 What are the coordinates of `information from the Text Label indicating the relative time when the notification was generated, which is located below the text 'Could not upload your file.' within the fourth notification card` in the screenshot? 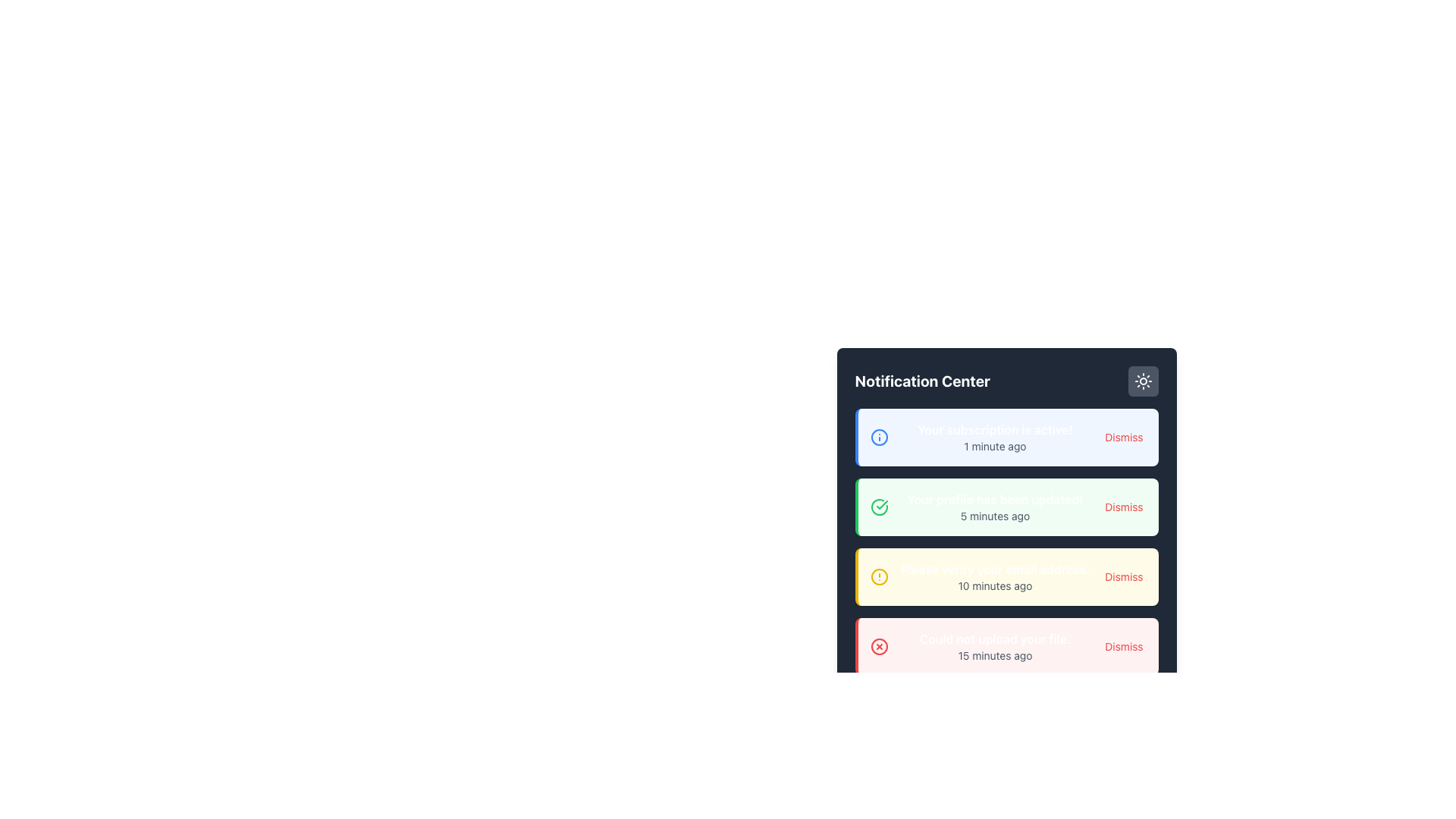 It's located at (995, 654).